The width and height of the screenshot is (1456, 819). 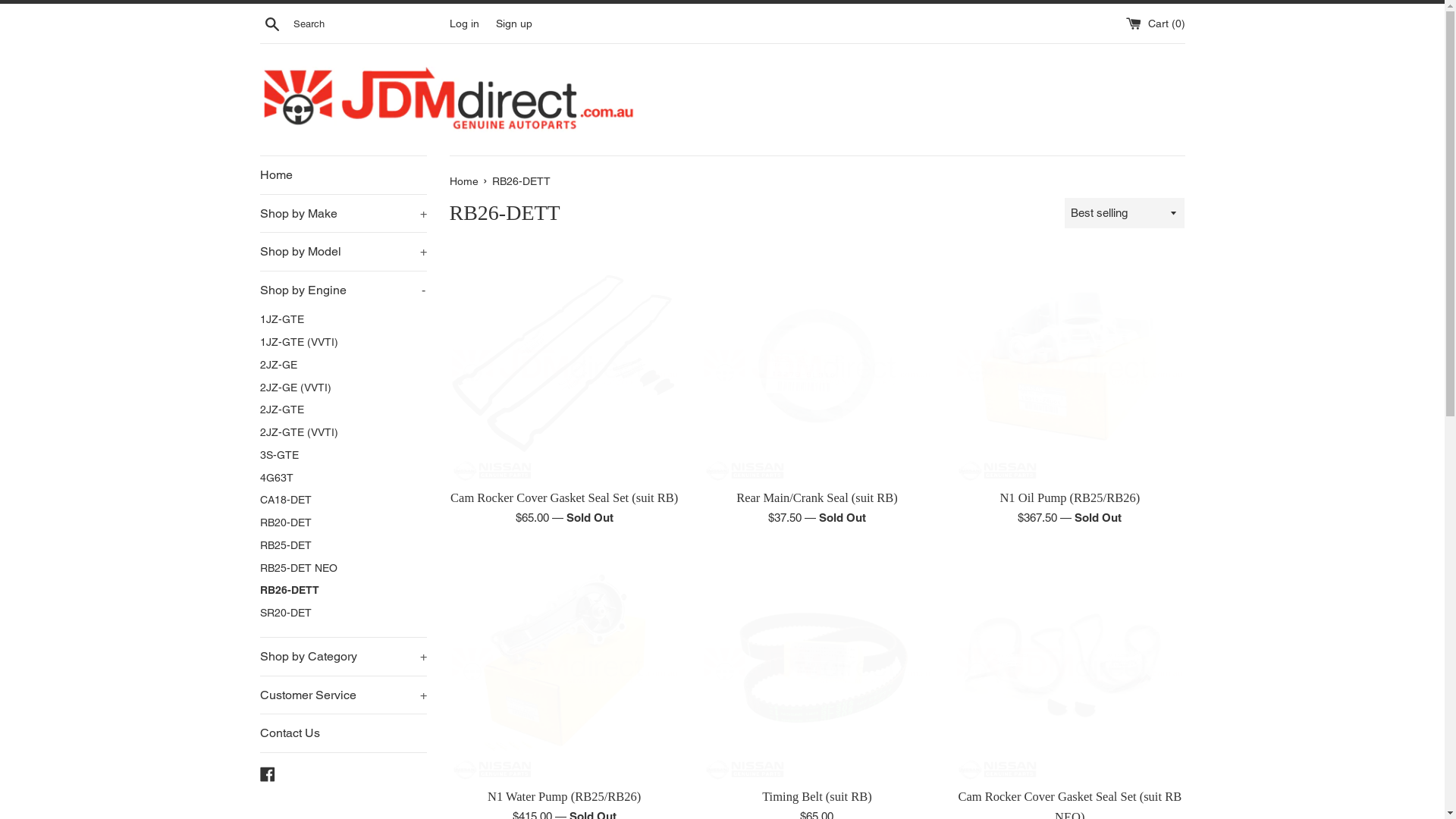 I want to click on 'Home', so click(x=464, y=180).